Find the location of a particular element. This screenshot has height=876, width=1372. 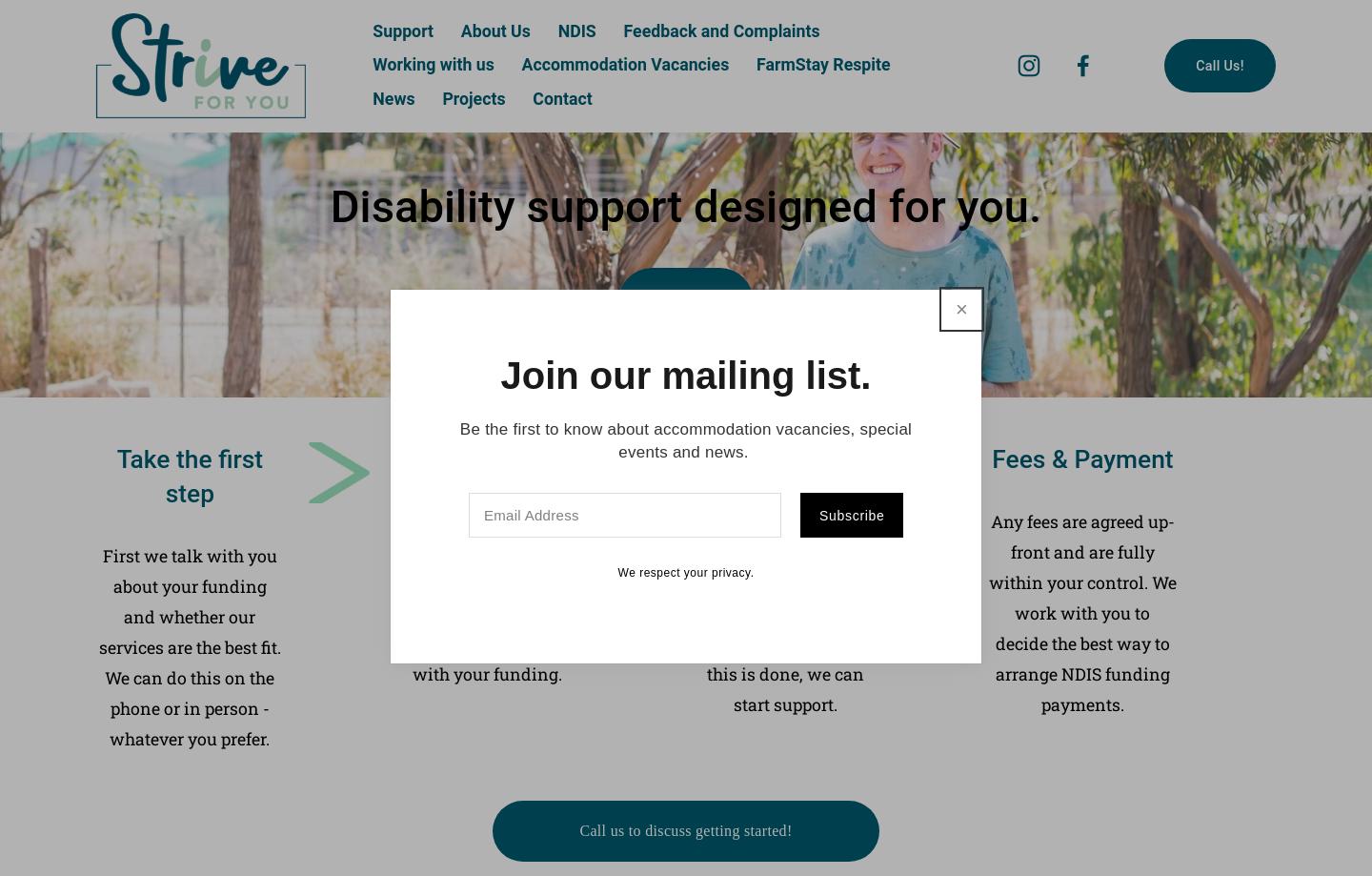

'Fees & Payment' is located at coordinates (1081, 458).